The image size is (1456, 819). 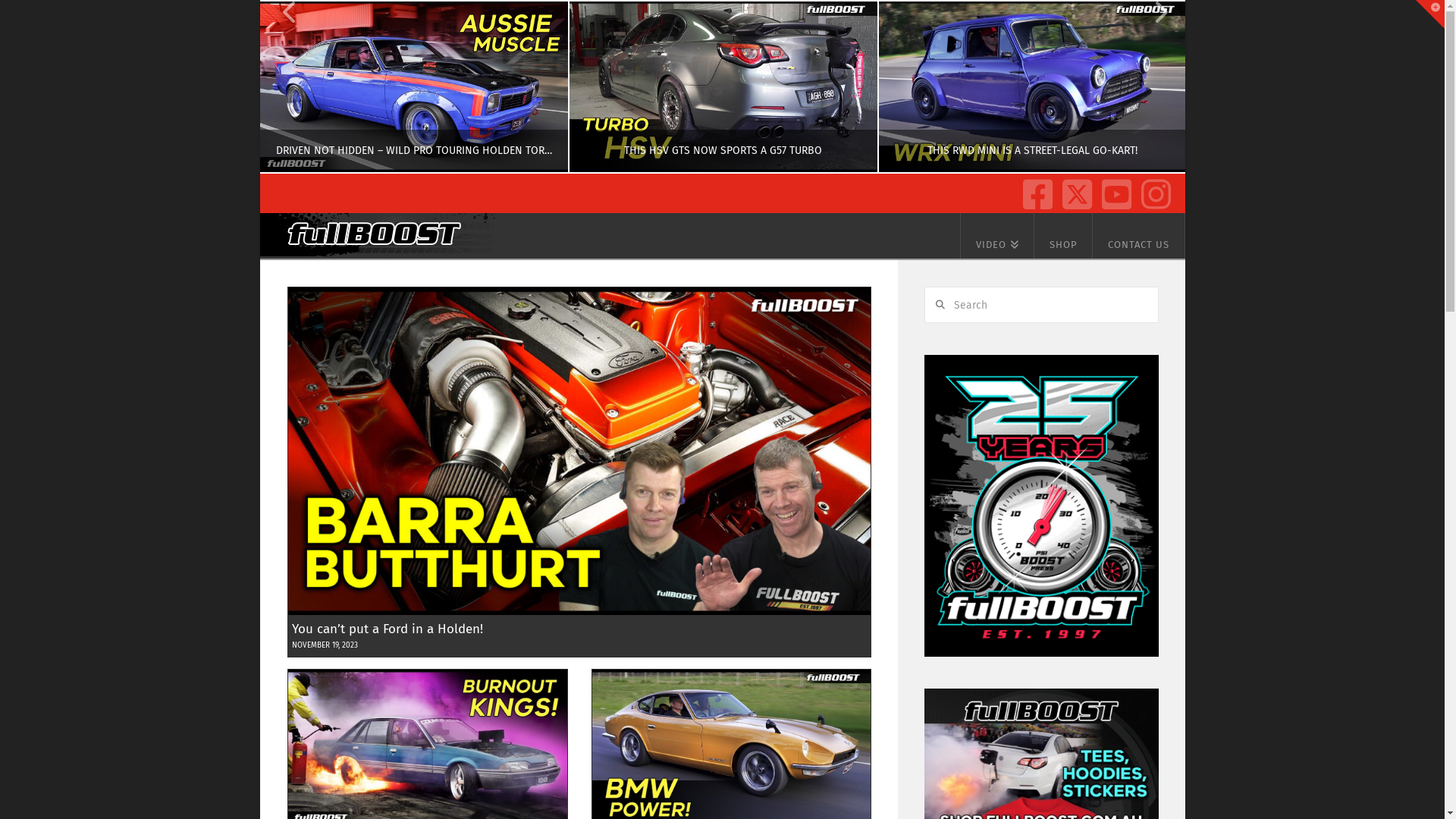 What do you see at coordinates (1429, 14) in the screenshot?
I see `'Toggle the Widgetbar'` at bounding box center [1429, 14].